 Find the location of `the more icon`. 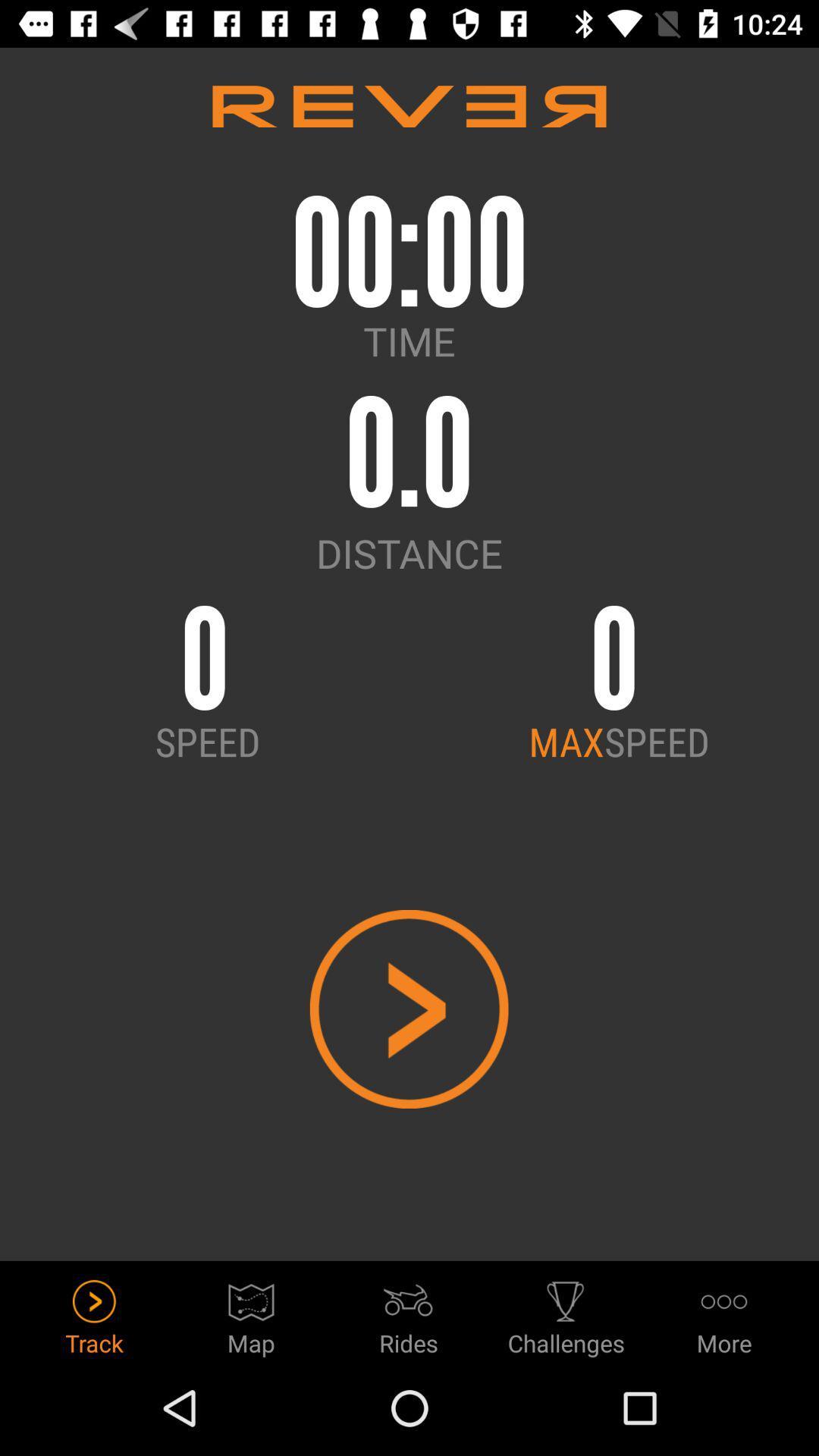

the more icon is located at coordinates (723, 1313).